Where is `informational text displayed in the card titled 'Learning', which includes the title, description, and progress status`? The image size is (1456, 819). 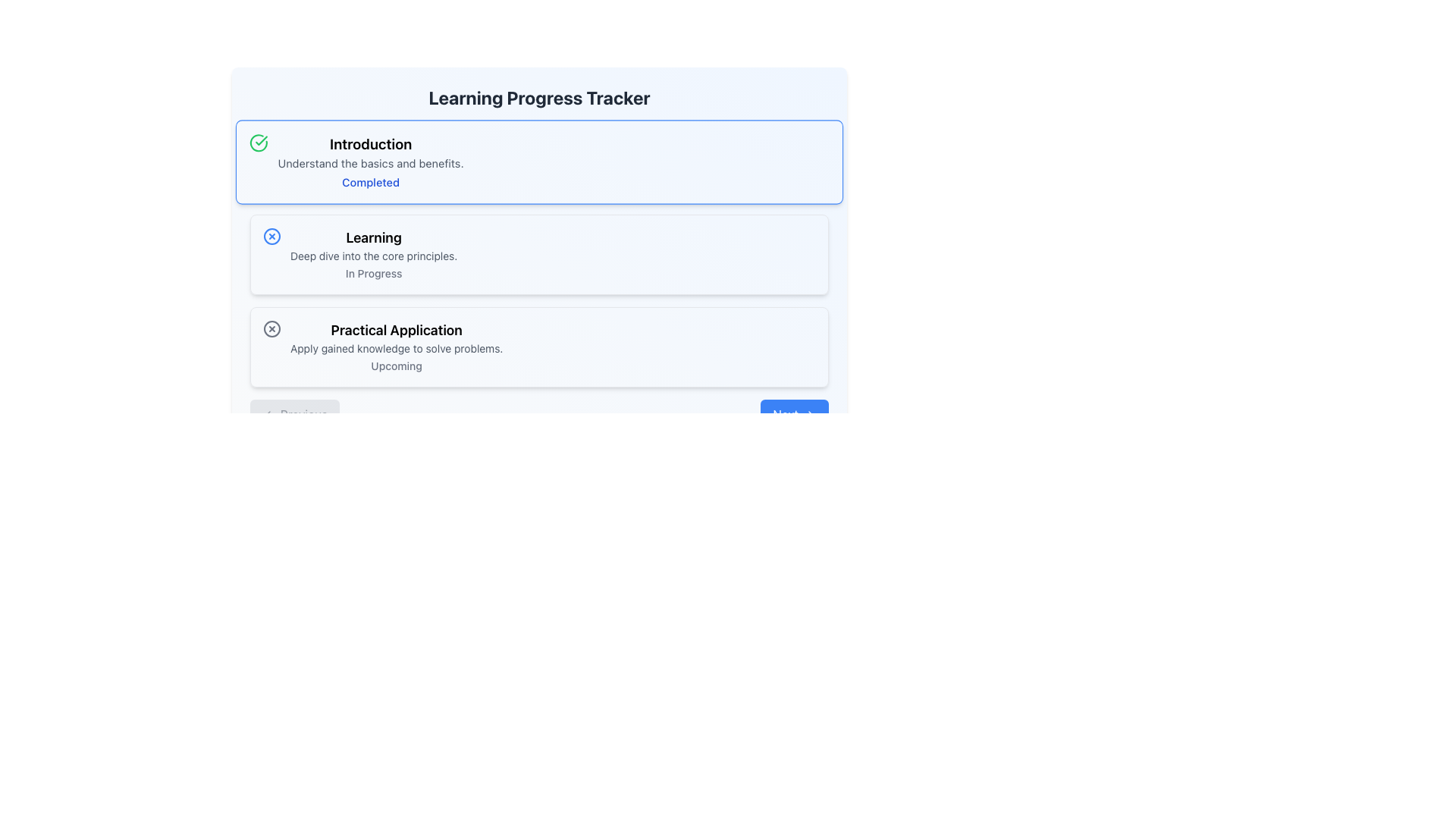 informational text displayed in the card titled 'Learning', which includes the title, description, and progress status is located at coordinates (374, 253).